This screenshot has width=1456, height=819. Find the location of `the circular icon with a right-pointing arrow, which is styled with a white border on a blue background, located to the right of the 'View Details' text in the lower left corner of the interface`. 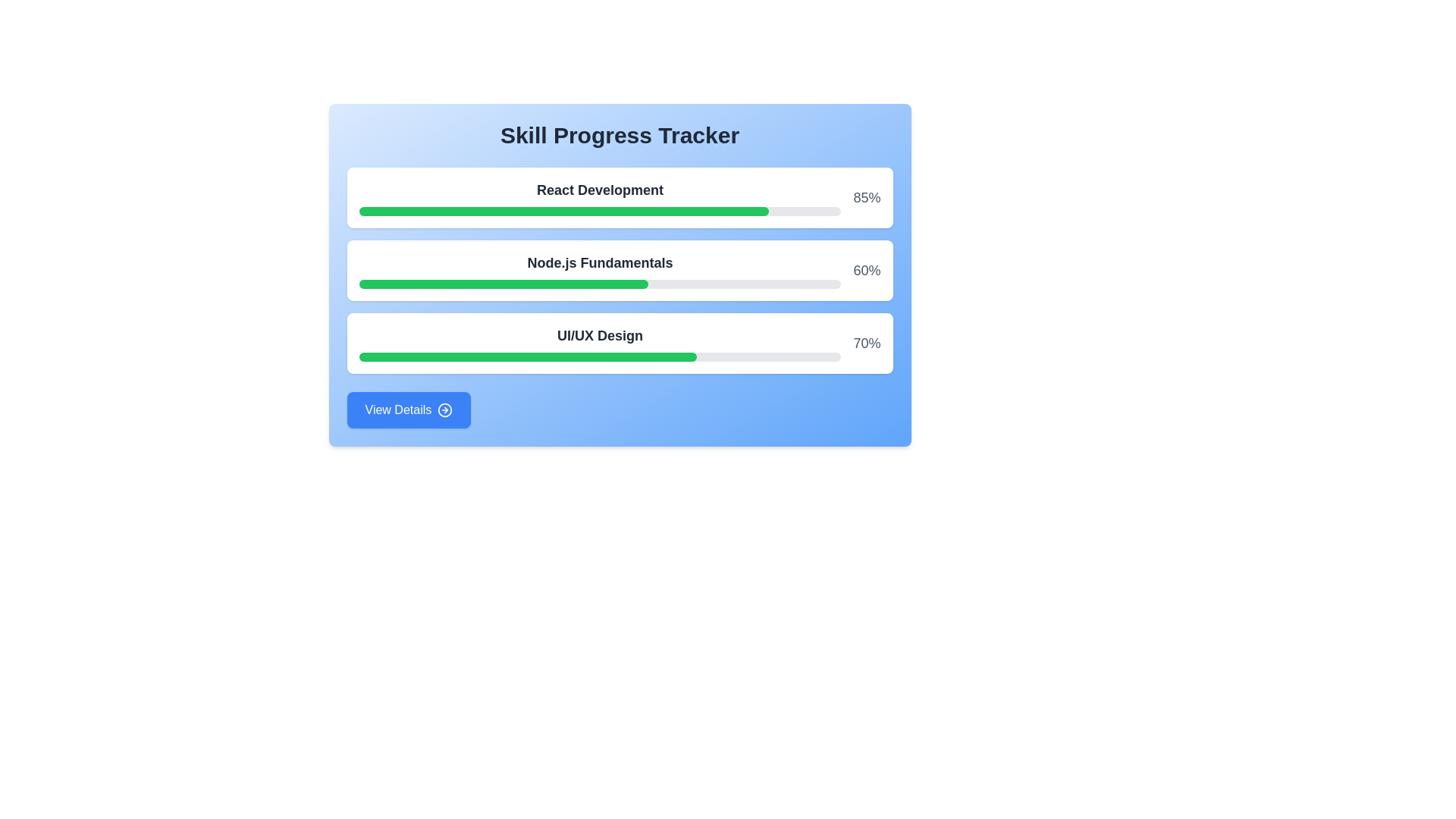

the circular icon with a right-pointing arrow, which is styled with a white border on a blue background, located to the right of the 'View Details' text in the lower left corner of the interface is located at coordinates (444, 409).